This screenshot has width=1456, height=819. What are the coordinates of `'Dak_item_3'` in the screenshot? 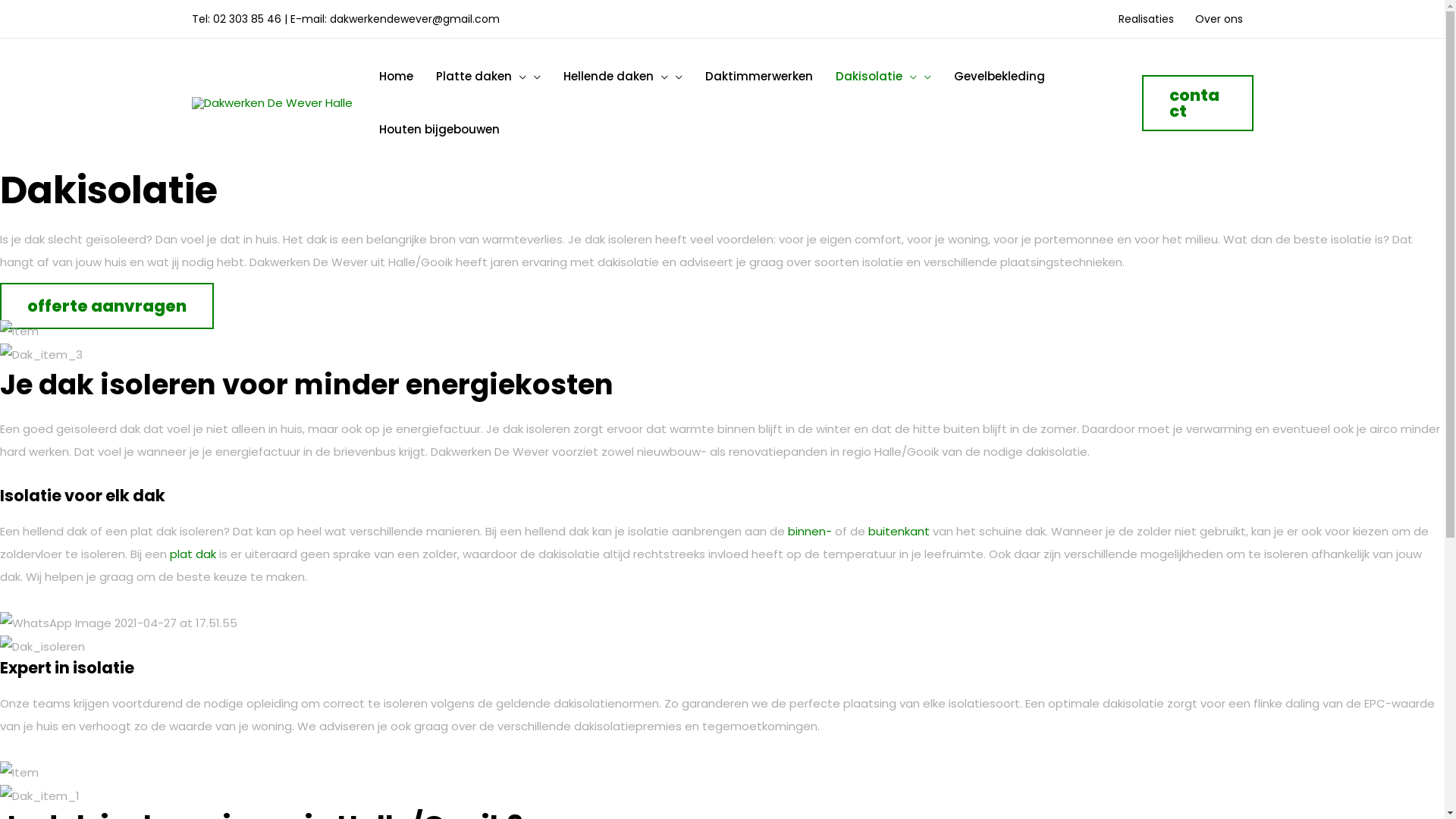 It's located at (41, 354).